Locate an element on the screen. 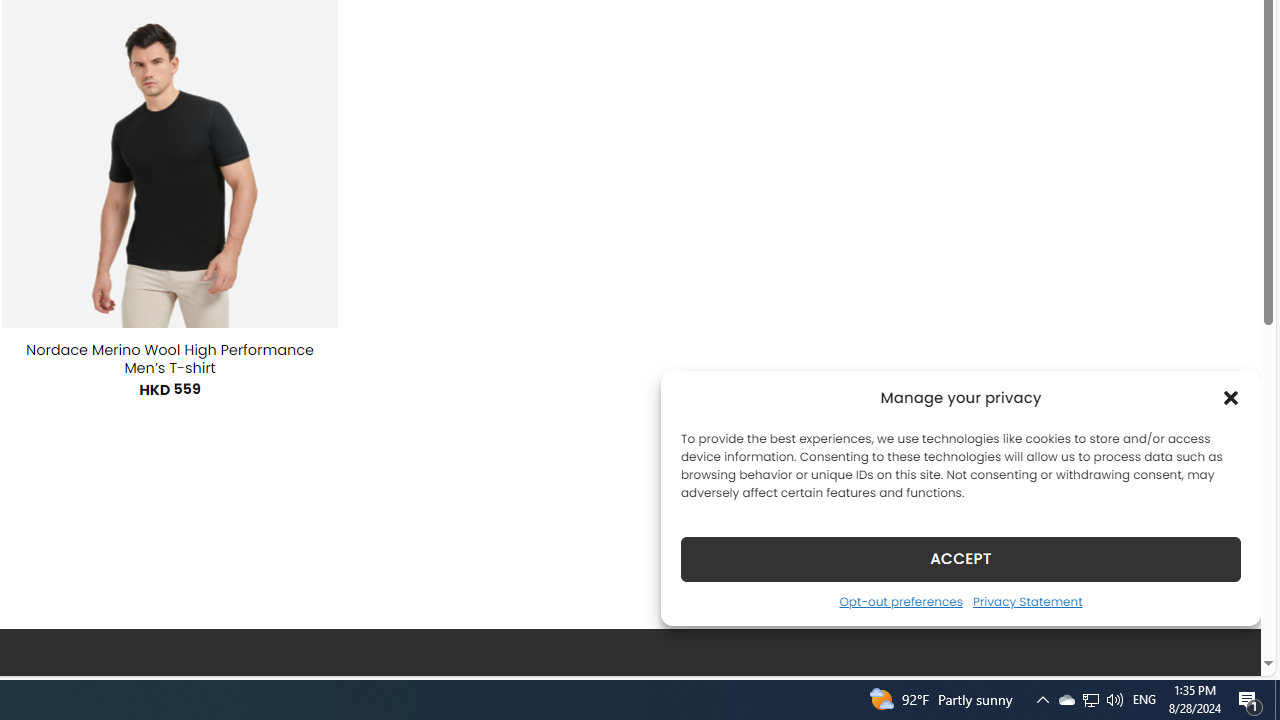 The width and height of the screenshot is (1280, 720). 'Class: cmplz-close' is located at coordinates (1230, 397).